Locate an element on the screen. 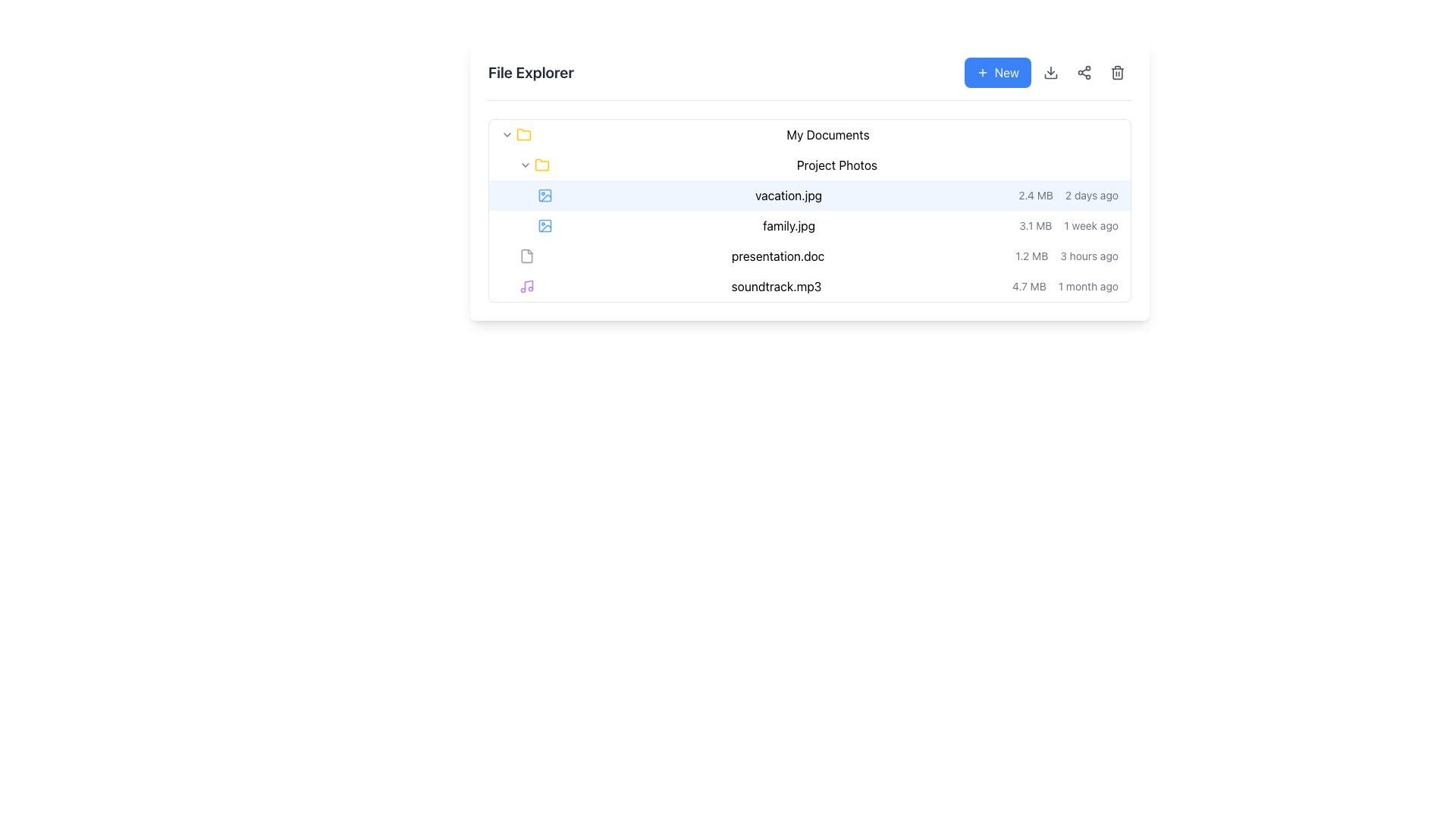  the text label displaying the name of a file is located at coordinates (789, 225).